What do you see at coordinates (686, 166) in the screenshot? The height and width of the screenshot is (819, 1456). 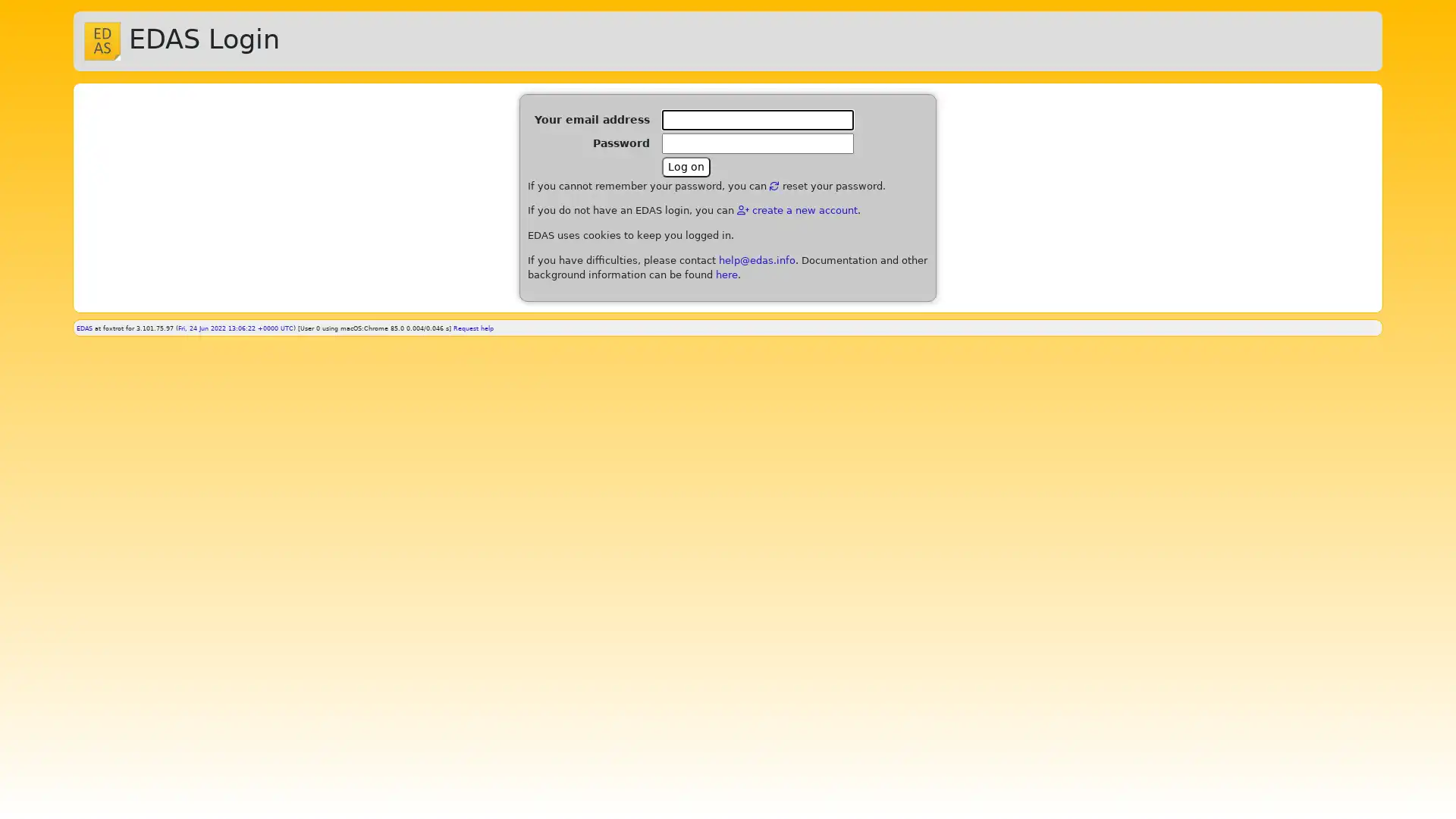 I see `Log on` at bounding box center [686, 166].